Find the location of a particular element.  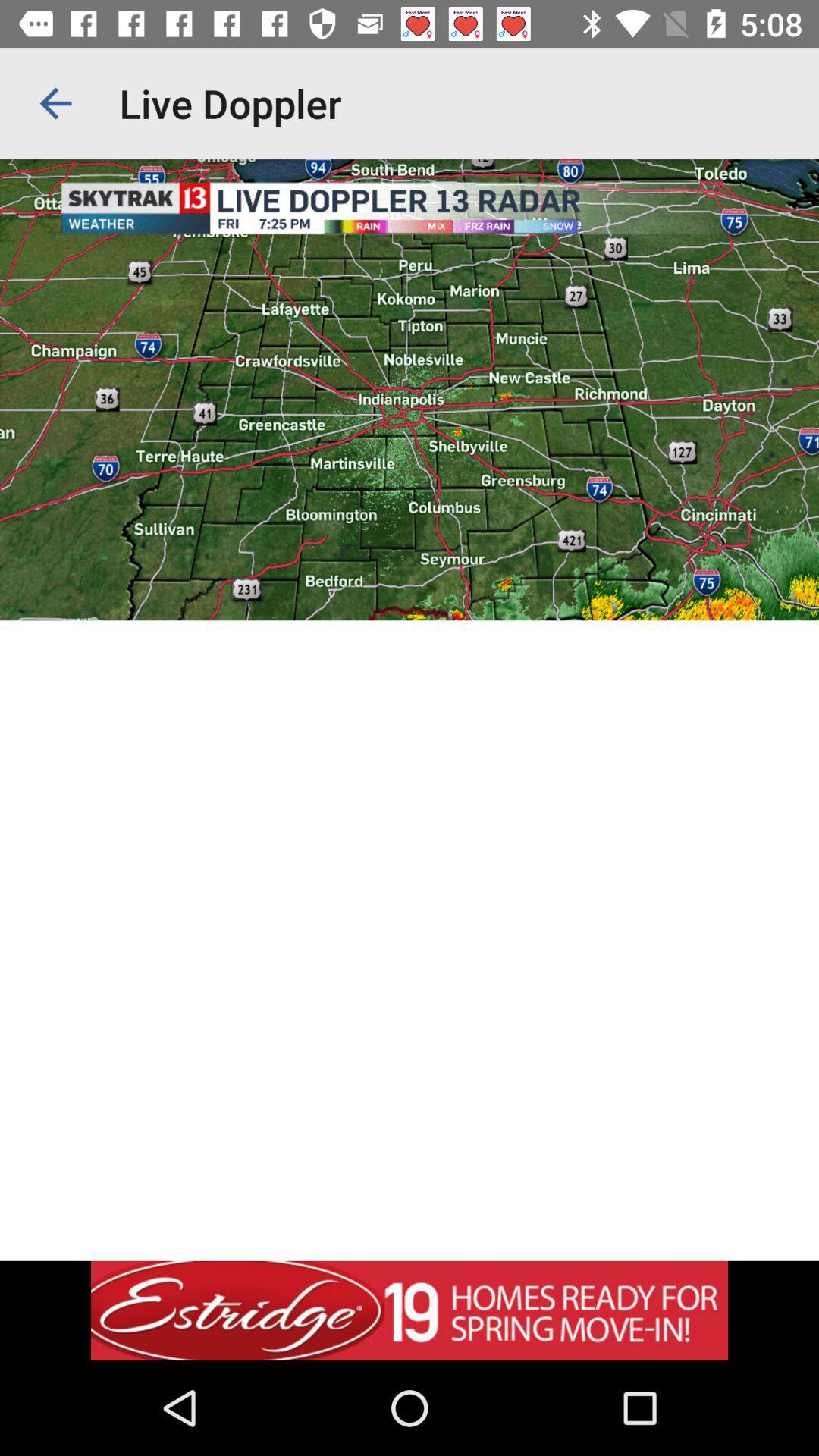

advertisement is located at coordinates (409, 1310).